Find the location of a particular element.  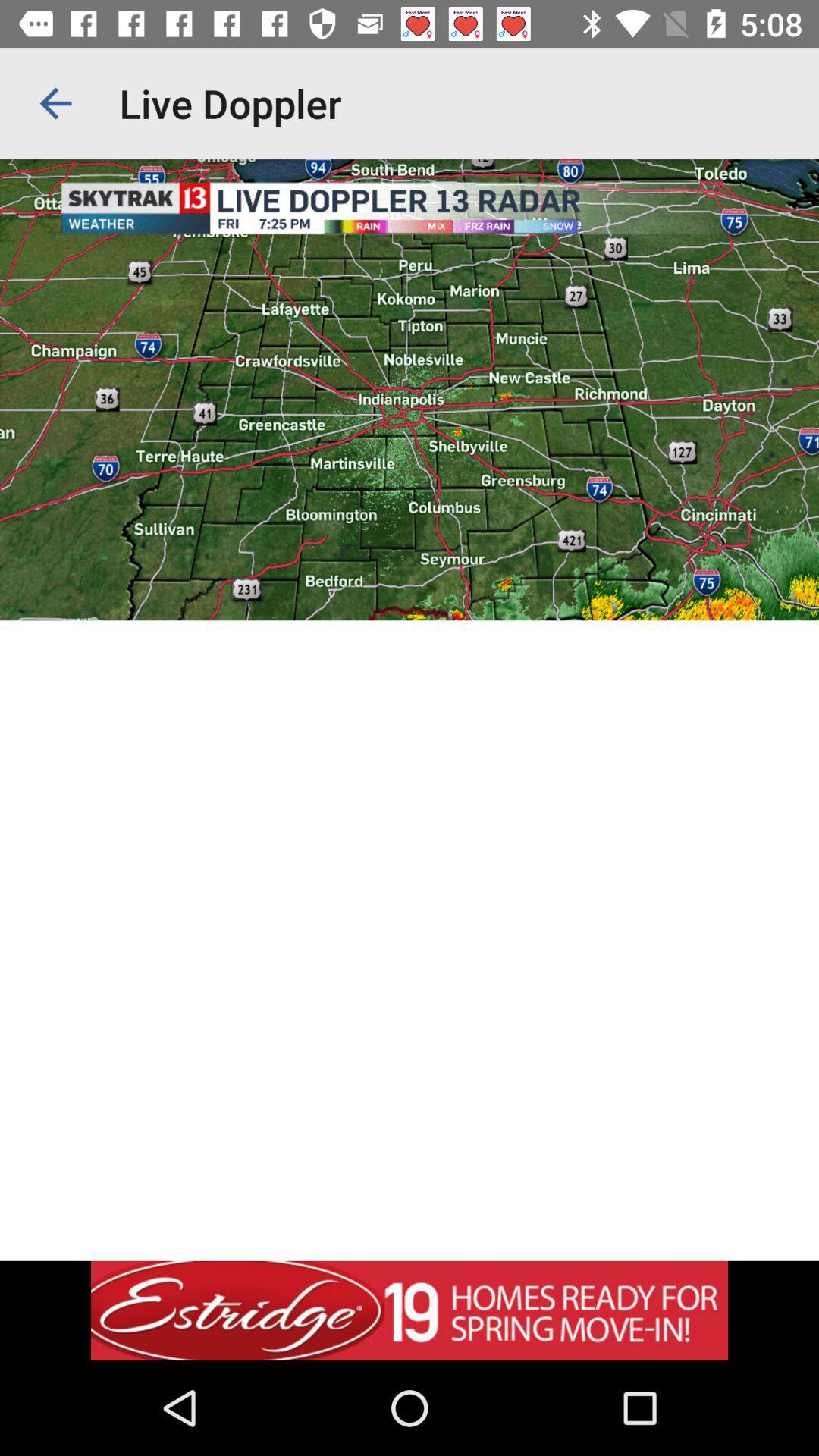

advertisement is located at coordinates (409, 1310).